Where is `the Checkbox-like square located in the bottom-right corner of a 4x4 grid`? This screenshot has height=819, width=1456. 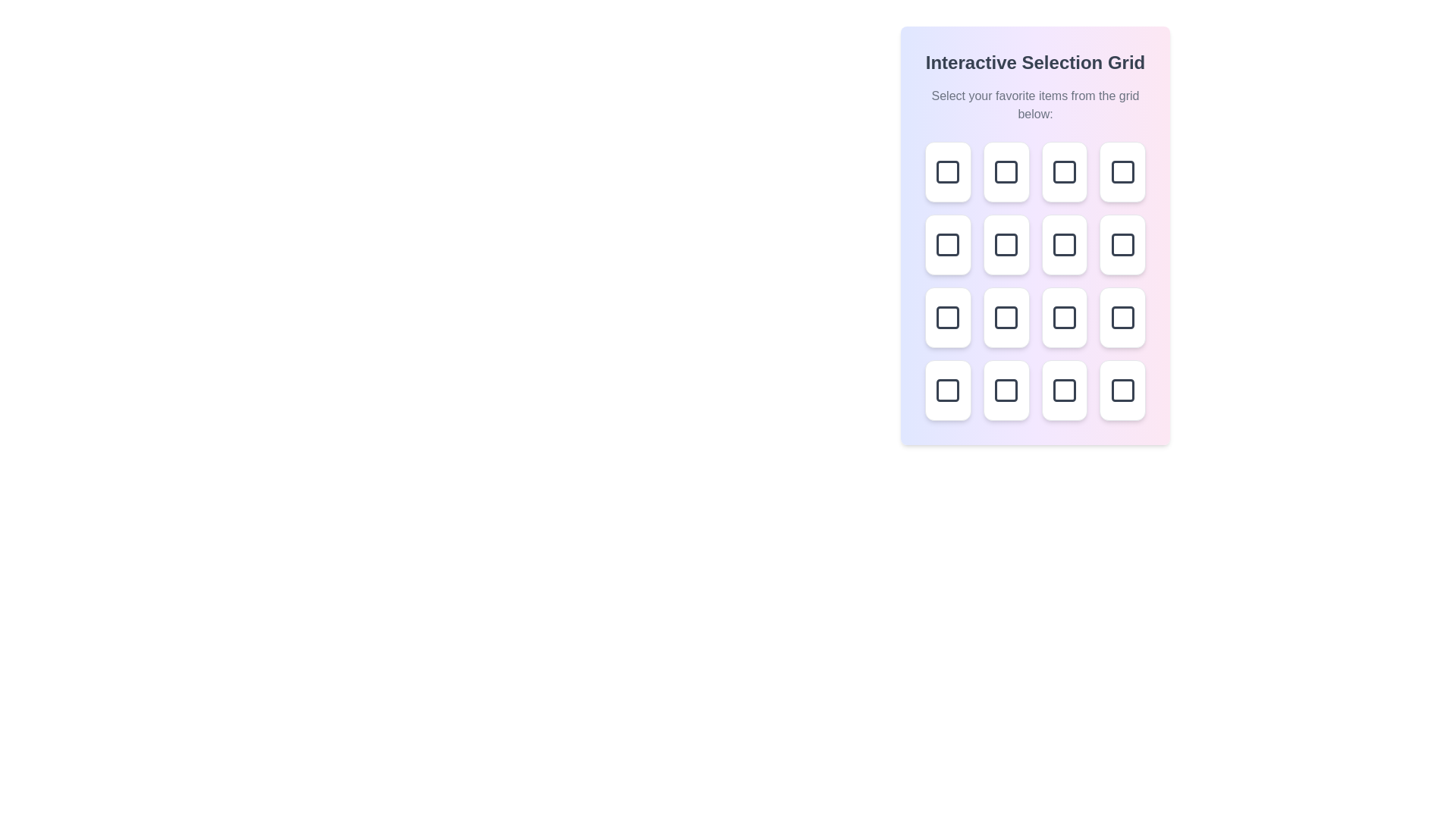 the Checkbox-like square located in the bottom-right corner of a 4x4 grid is located at coordinates (1122, 390).